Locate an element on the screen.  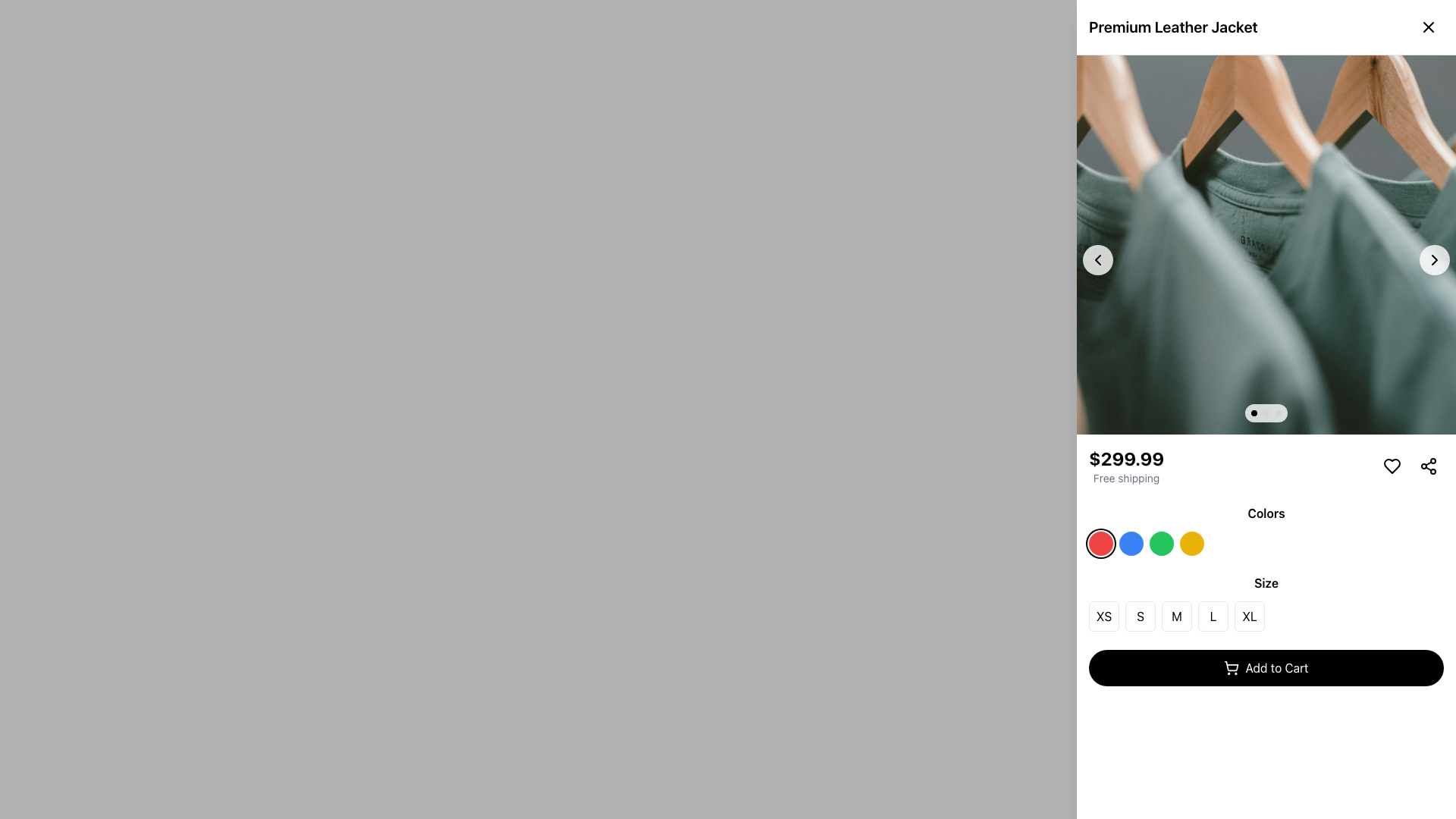
the button located at the top-right corner of the product description area is located at coordinates (1392, 465).